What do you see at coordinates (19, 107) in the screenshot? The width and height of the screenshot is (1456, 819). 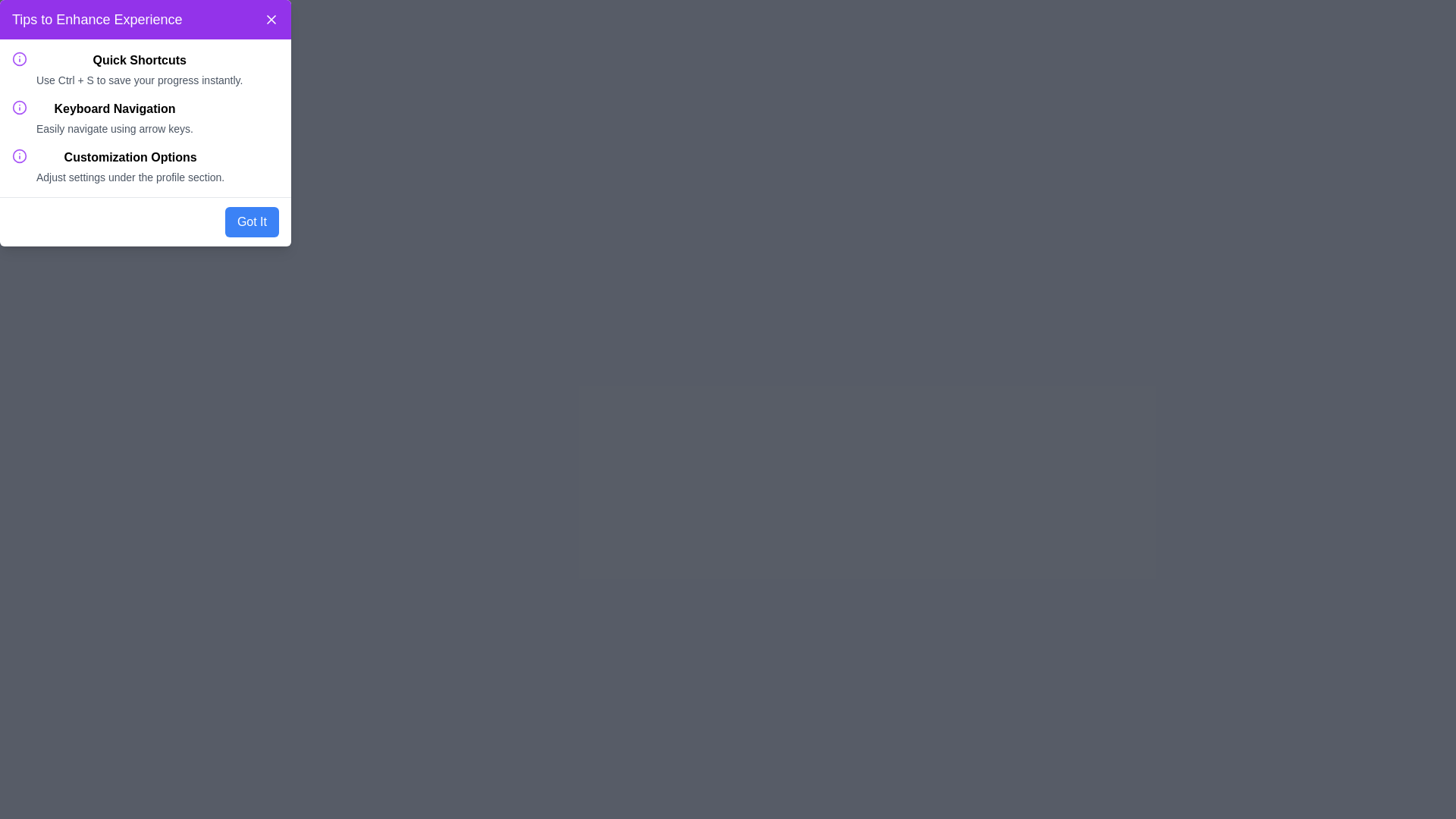 I see `the outermost circular outline of the SVG icon representing 'Keyboard Navigation' located to the left of the text in the dialog box` at bounding box center [19, 107].